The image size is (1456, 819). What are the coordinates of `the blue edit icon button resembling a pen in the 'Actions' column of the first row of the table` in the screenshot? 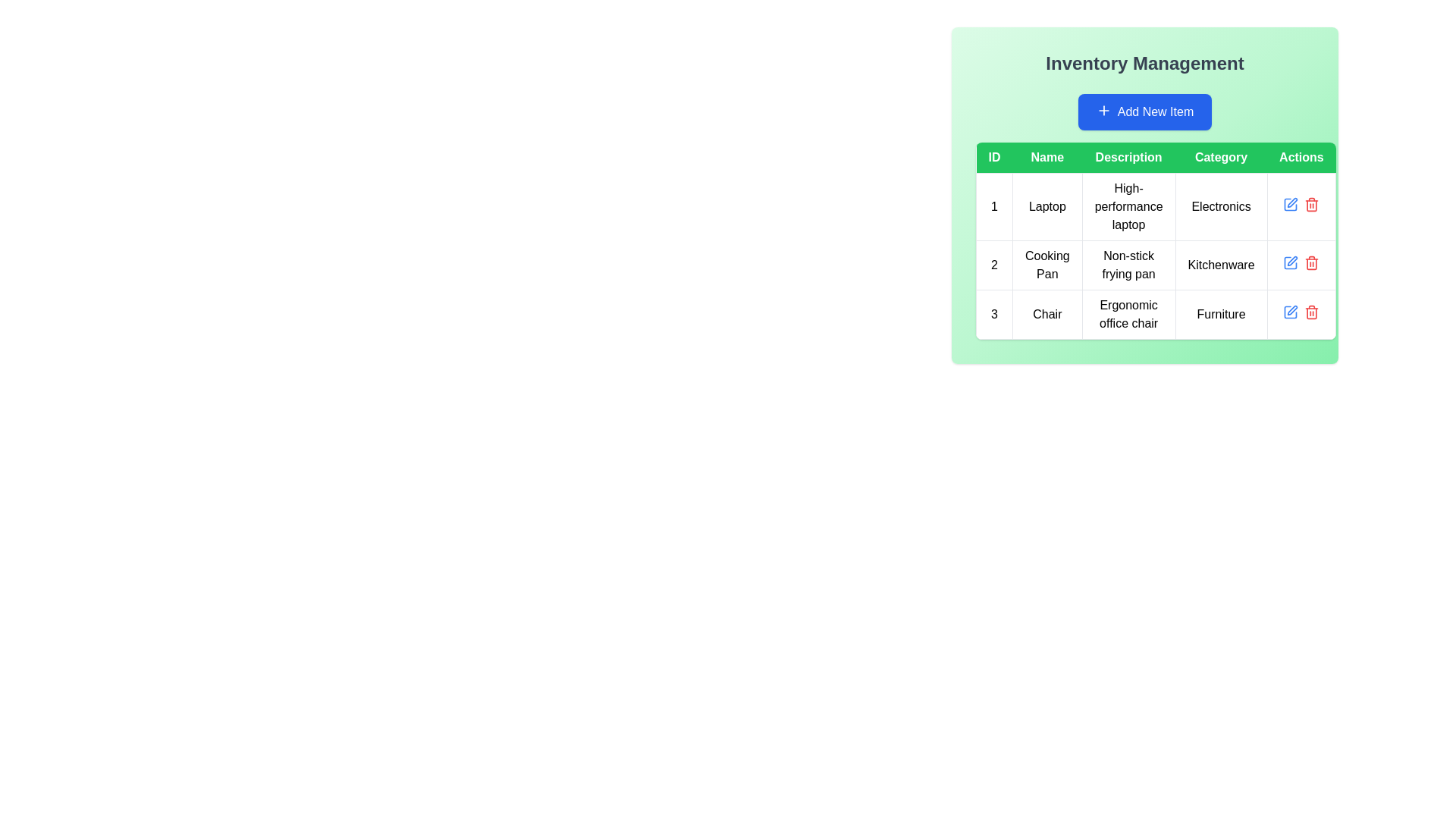 It's located at (1290, 203).